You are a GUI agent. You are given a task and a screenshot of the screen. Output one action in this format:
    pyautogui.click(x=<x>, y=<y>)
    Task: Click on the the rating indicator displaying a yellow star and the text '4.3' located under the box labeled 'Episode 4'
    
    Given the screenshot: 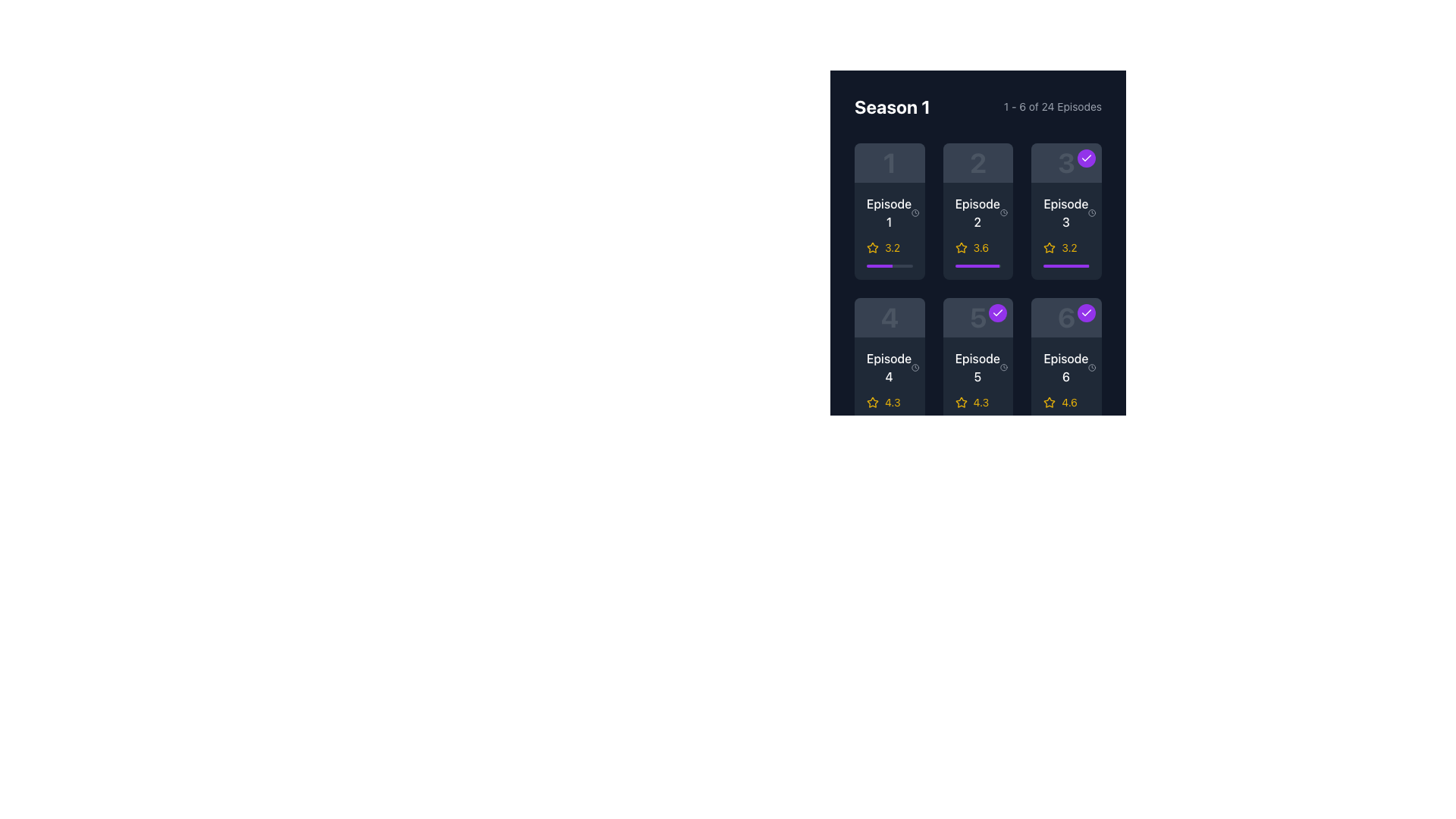 What is the action you would take?
    pyautogui.click(x=890, y=402)
    